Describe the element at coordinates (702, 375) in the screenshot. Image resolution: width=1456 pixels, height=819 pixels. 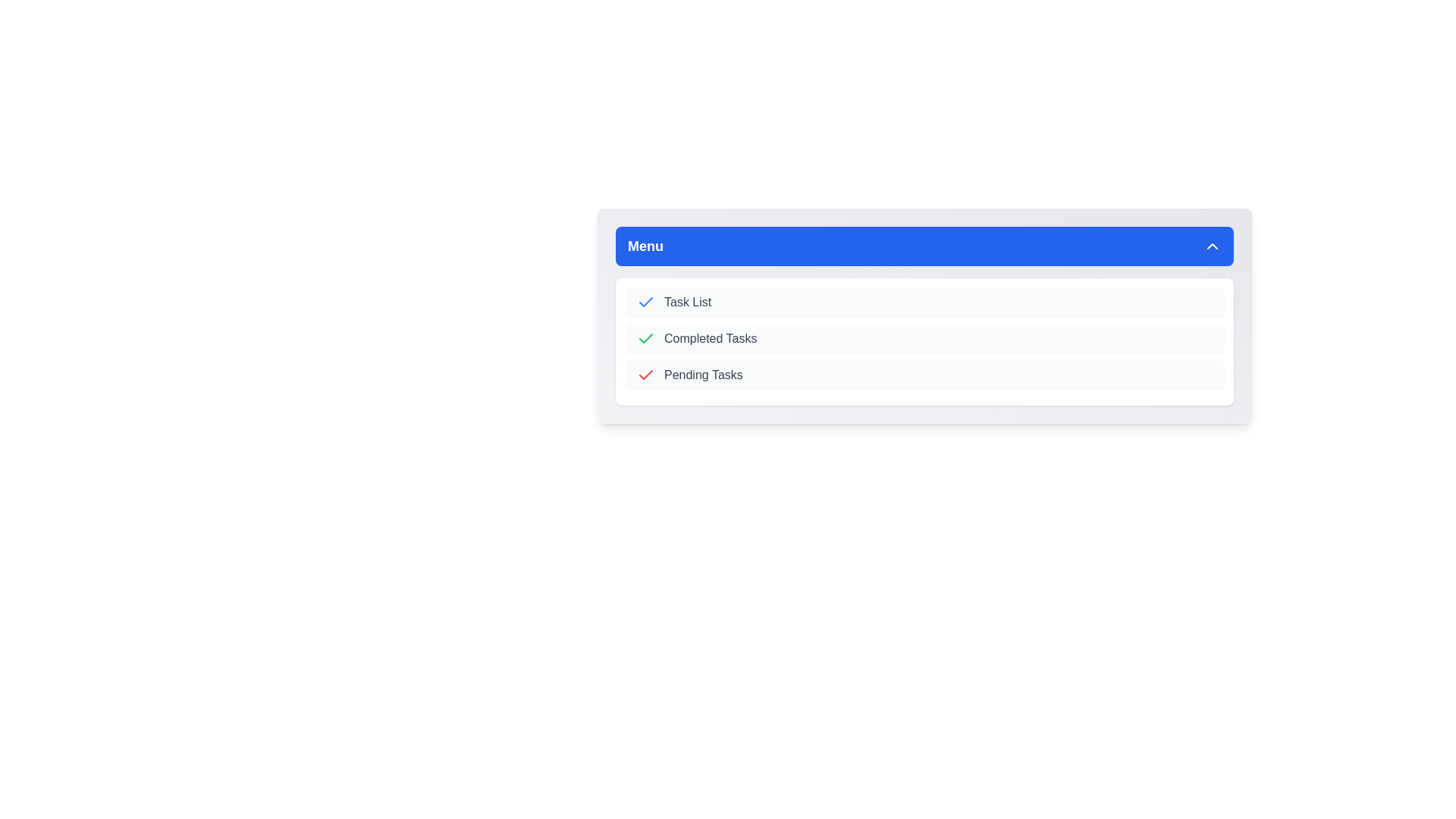
I see `the 'Pending Tasks' text label that is displayed in a medium gray font as part of a menu interface, positioned as the third item in a vertical list` at that location.